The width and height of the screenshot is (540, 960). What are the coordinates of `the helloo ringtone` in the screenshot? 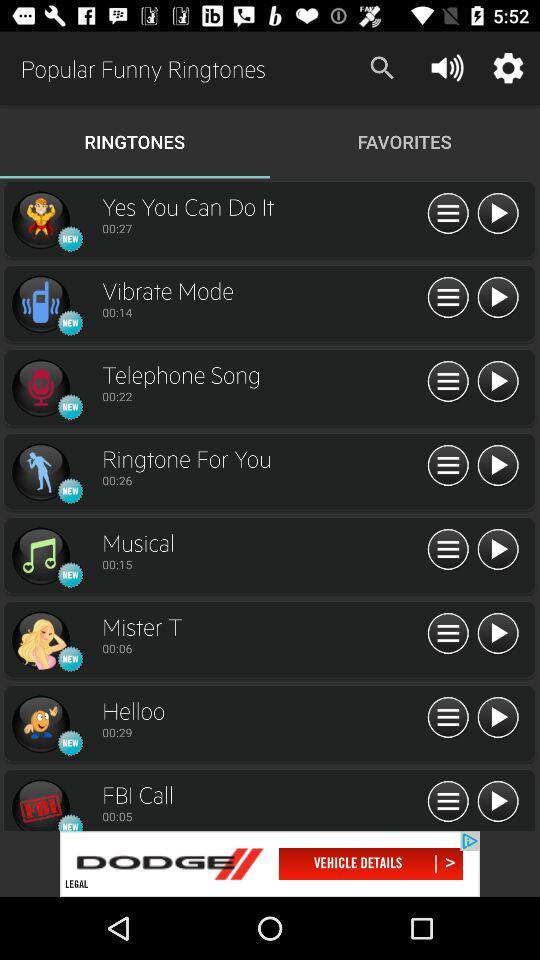 It's located at (40, 723).